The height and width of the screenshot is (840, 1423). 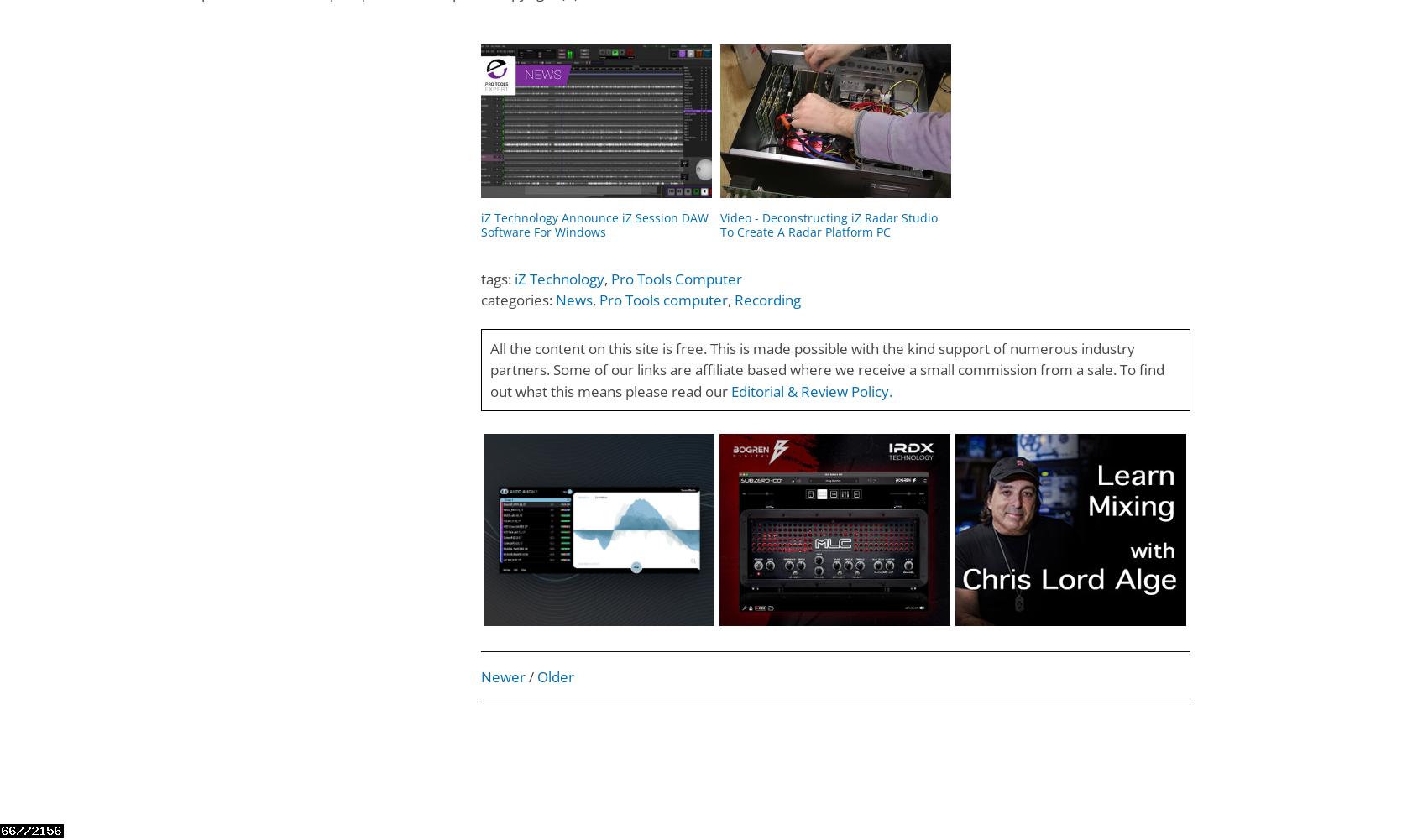 What do you see at coordinates (573, 300) in the screenshot?
I see `'News'` at bounding box center [573, 300].